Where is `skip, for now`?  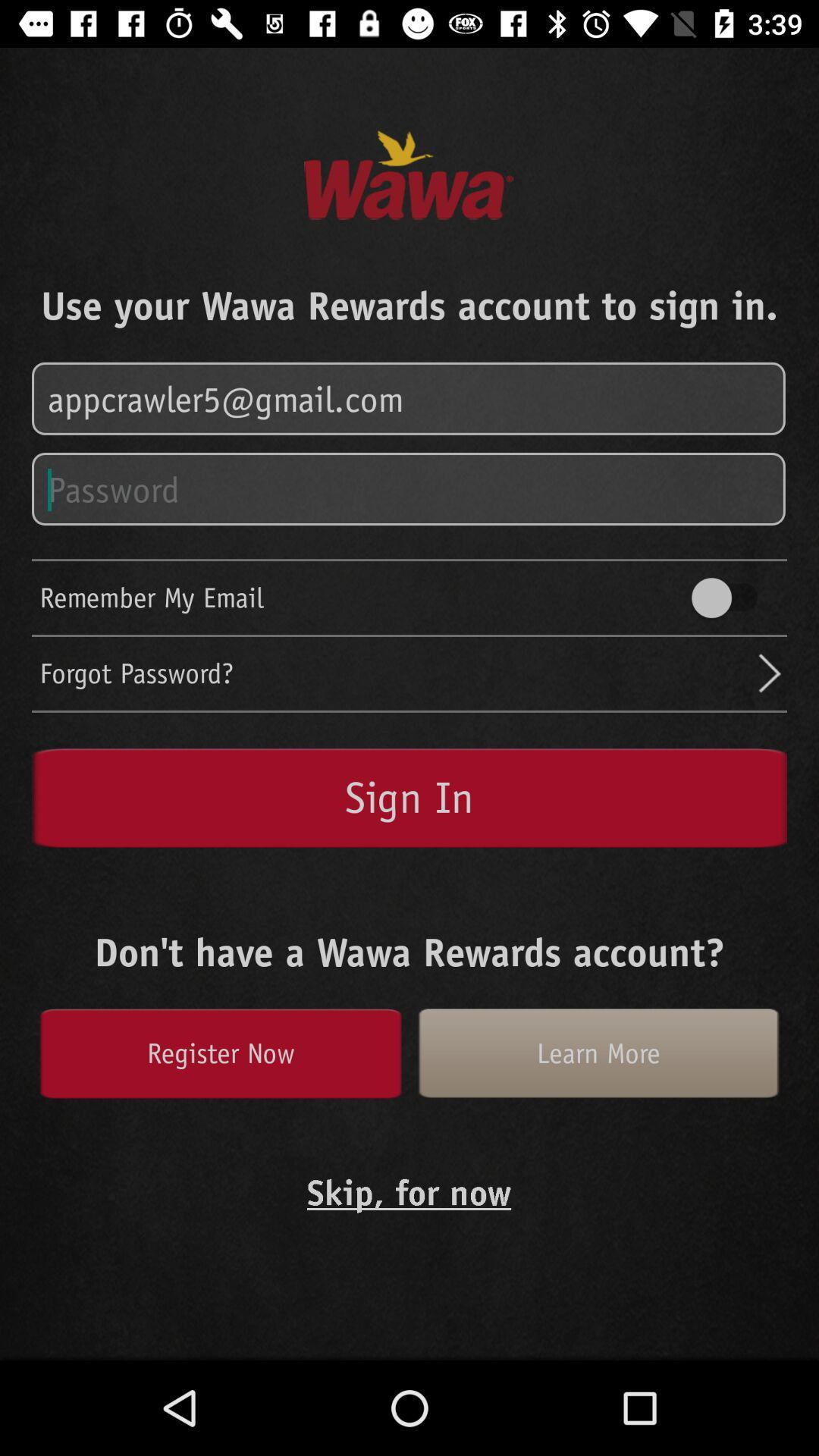 skip, for now is located at coordinates (408, 1191).